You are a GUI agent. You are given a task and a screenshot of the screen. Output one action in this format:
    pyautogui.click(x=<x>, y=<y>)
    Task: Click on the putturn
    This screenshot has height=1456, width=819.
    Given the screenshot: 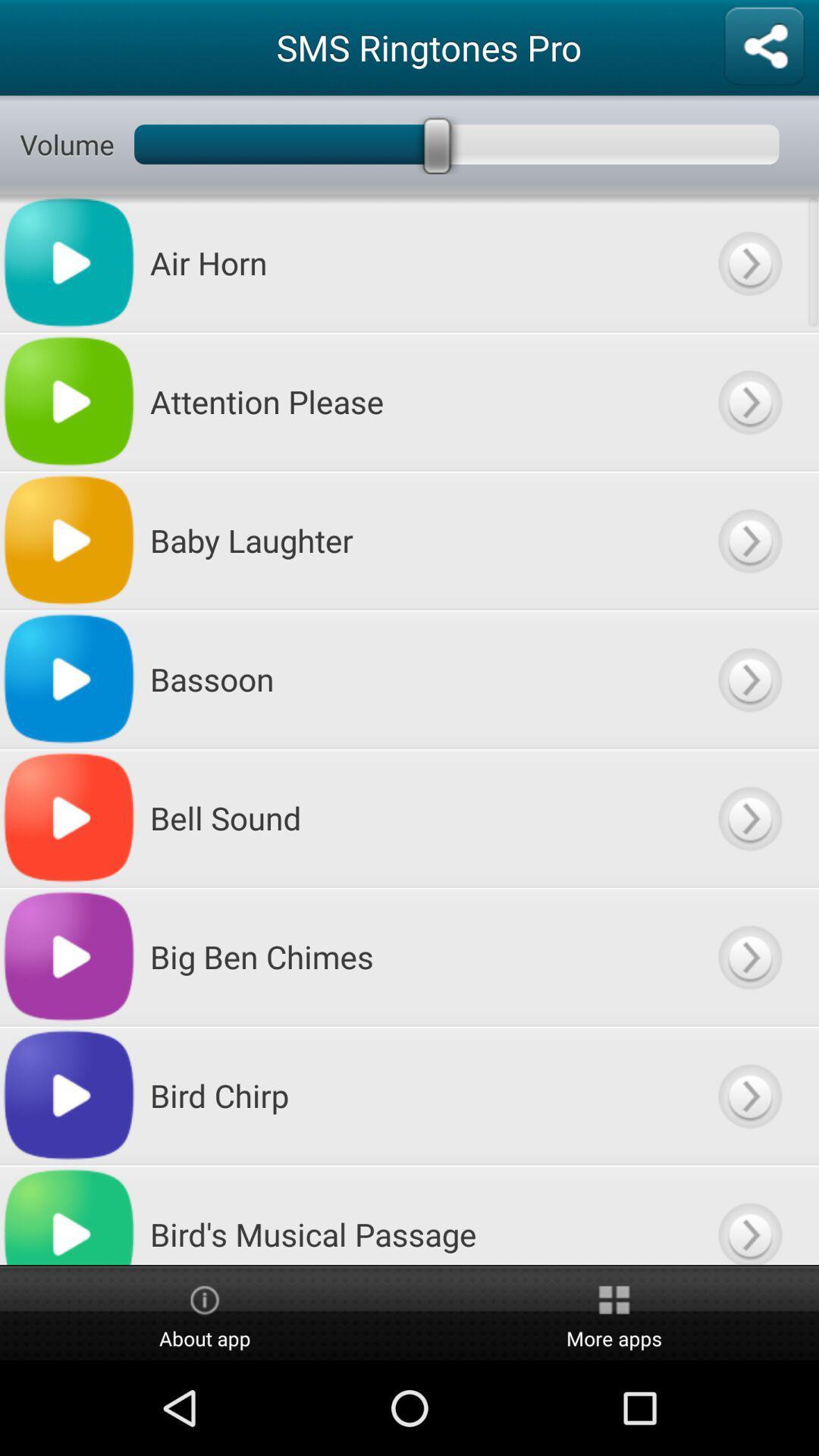 What is the action you would take?
    pyautogui.click(x=748, y=401)
    